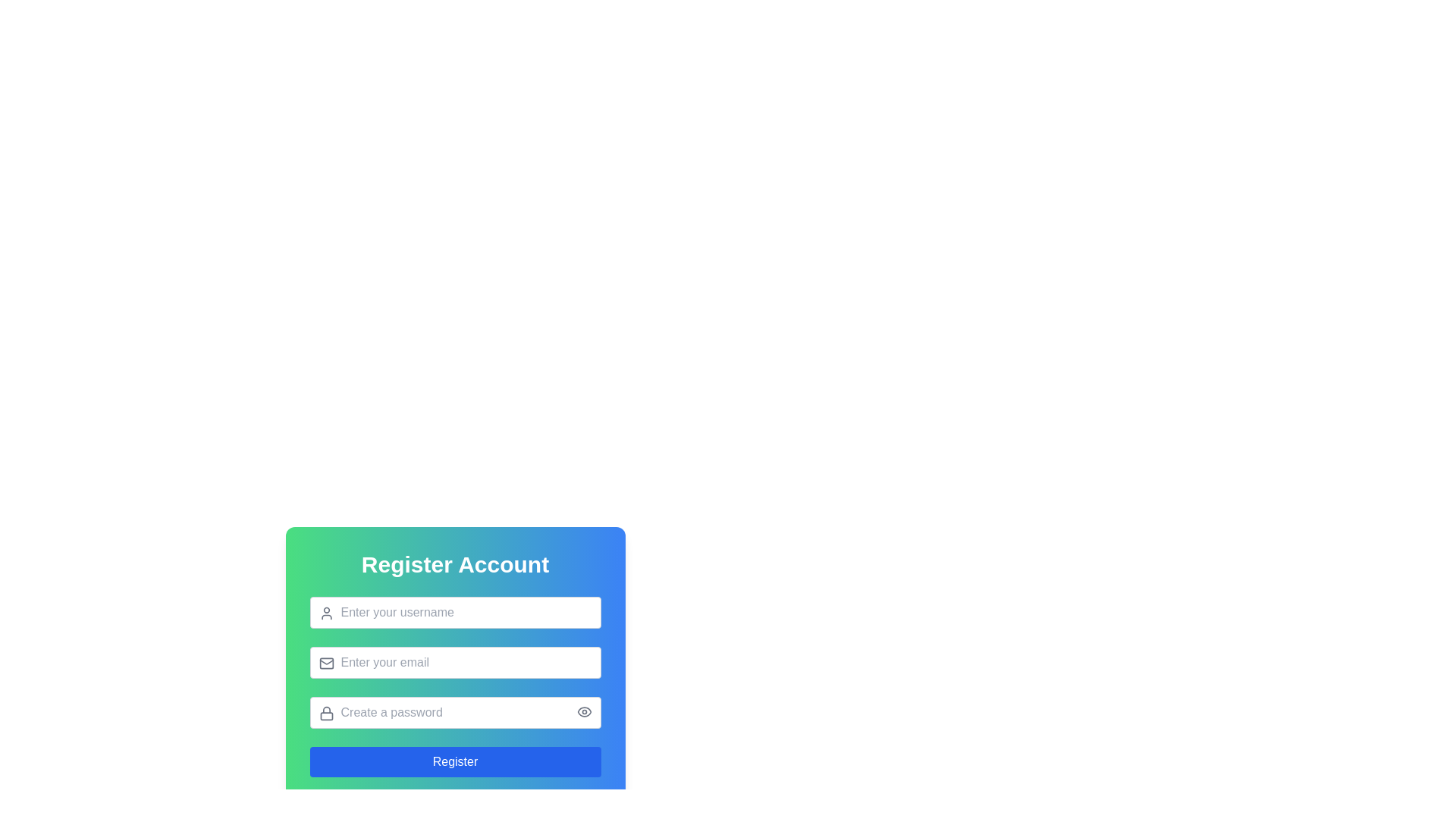  What do you see at coordinates (454, 762) in the screenshot?
I see `the prominent blue 'Register' button at the bottom of the registration form` at bounding box center [454, 762].